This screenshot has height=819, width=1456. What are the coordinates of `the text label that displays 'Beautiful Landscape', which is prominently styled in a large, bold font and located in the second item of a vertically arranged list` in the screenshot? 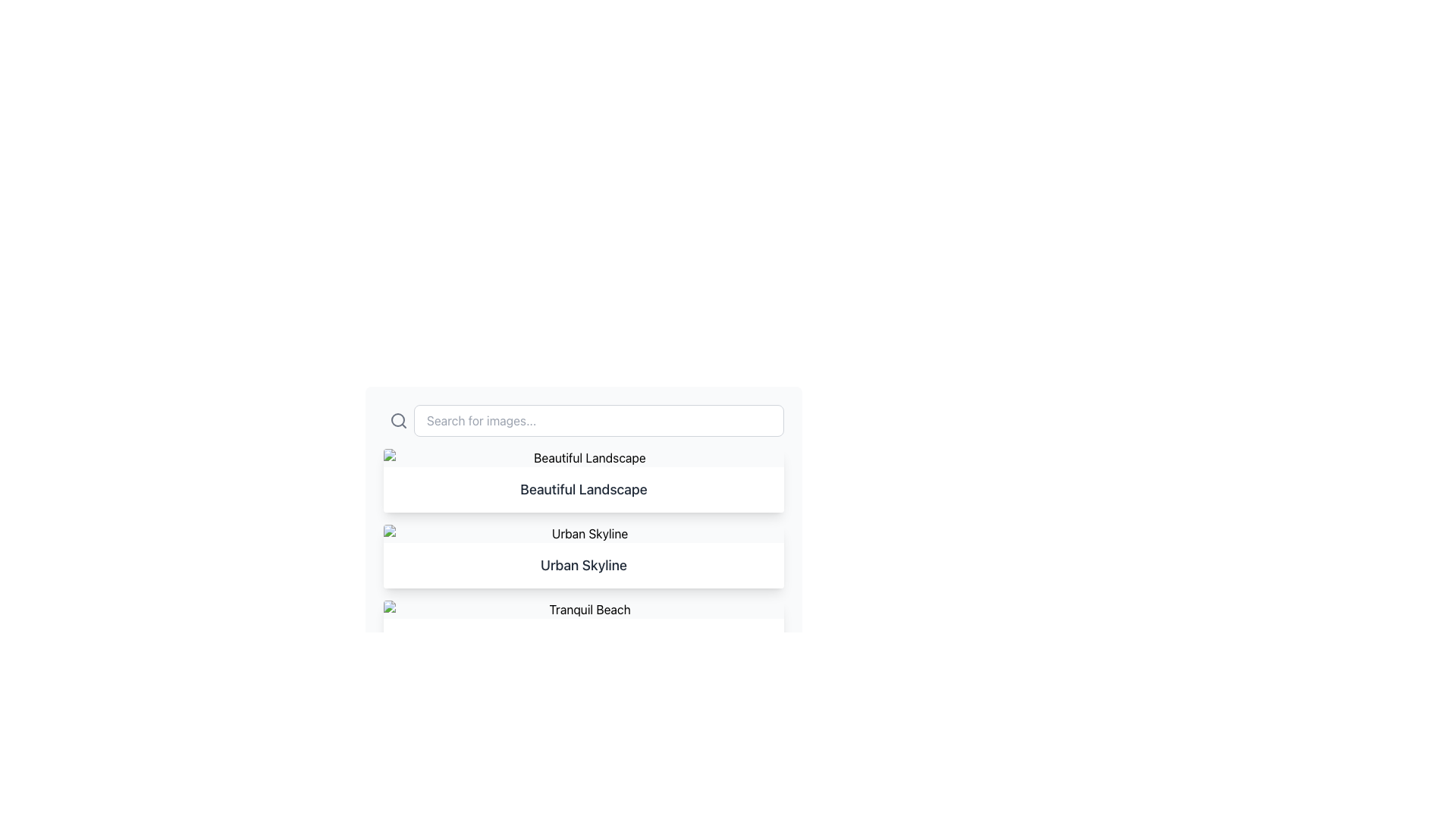 It's located at (582, 489).